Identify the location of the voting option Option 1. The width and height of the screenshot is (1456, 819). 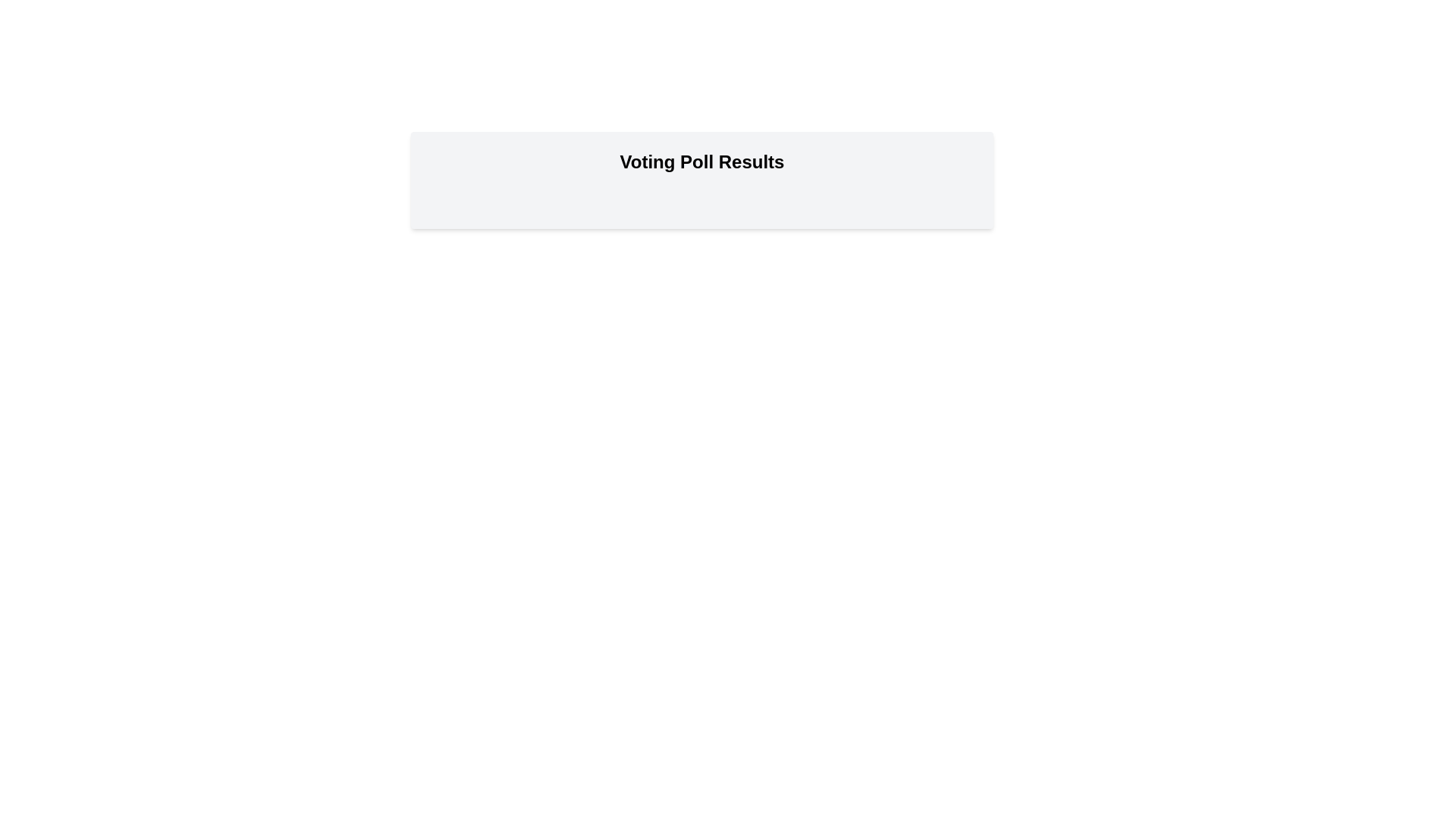
(701, 198).